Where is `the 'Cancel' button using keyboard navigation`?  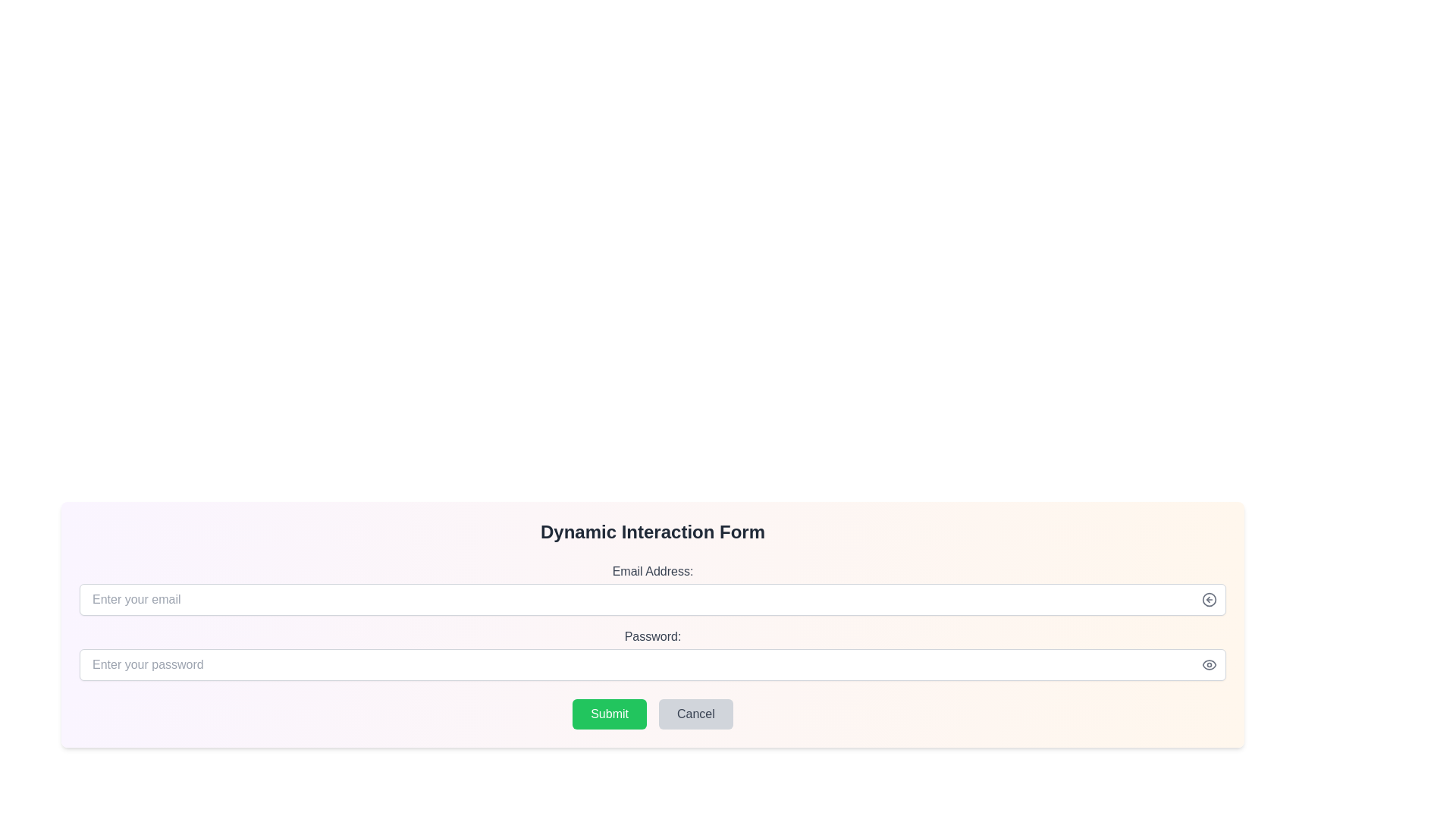 the 'Cancel' button using keyboard navigation is located at coordinates (695, 714).